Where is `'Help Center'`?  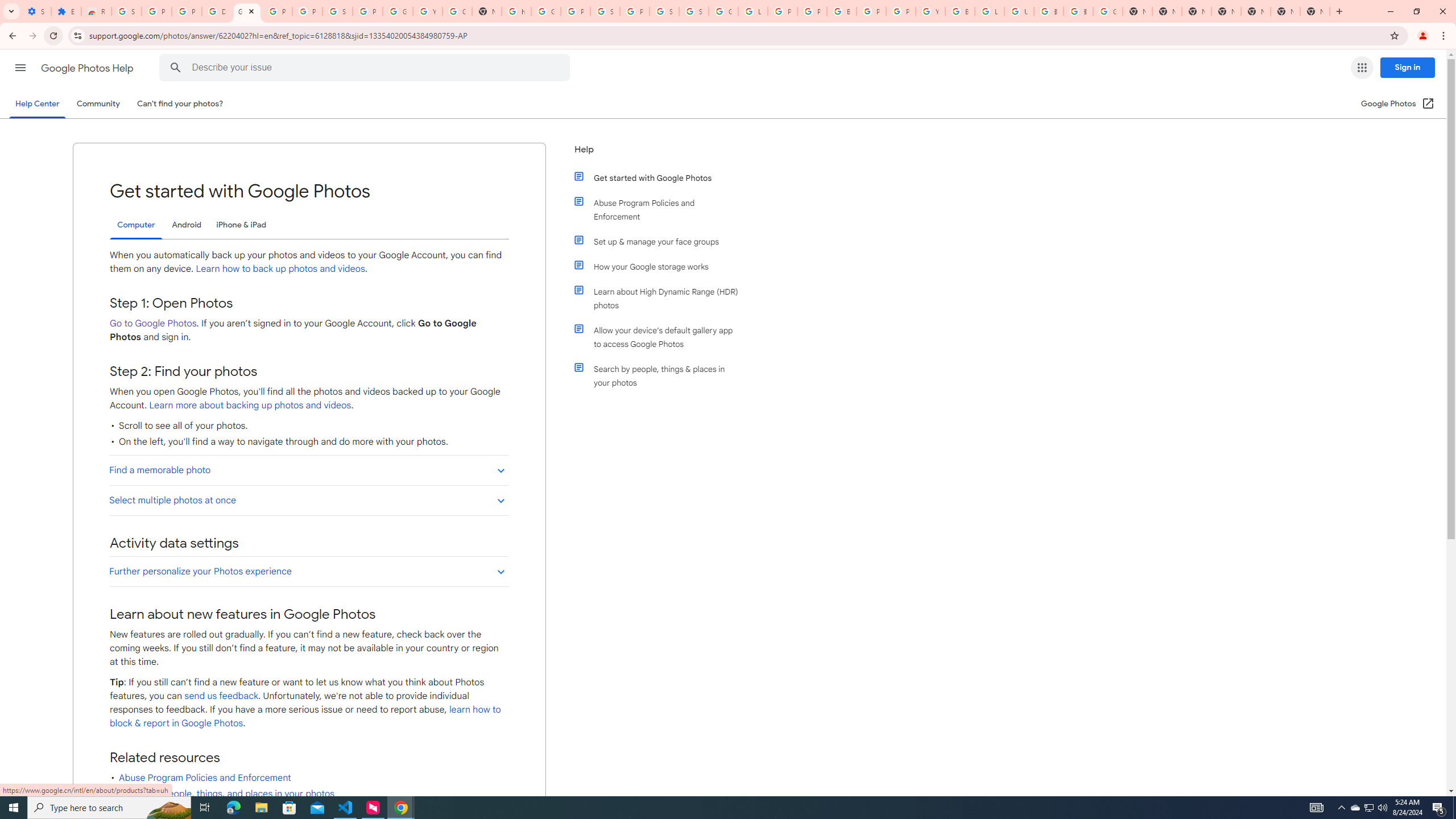 'Help Center' is located at coordinates (37, 103).